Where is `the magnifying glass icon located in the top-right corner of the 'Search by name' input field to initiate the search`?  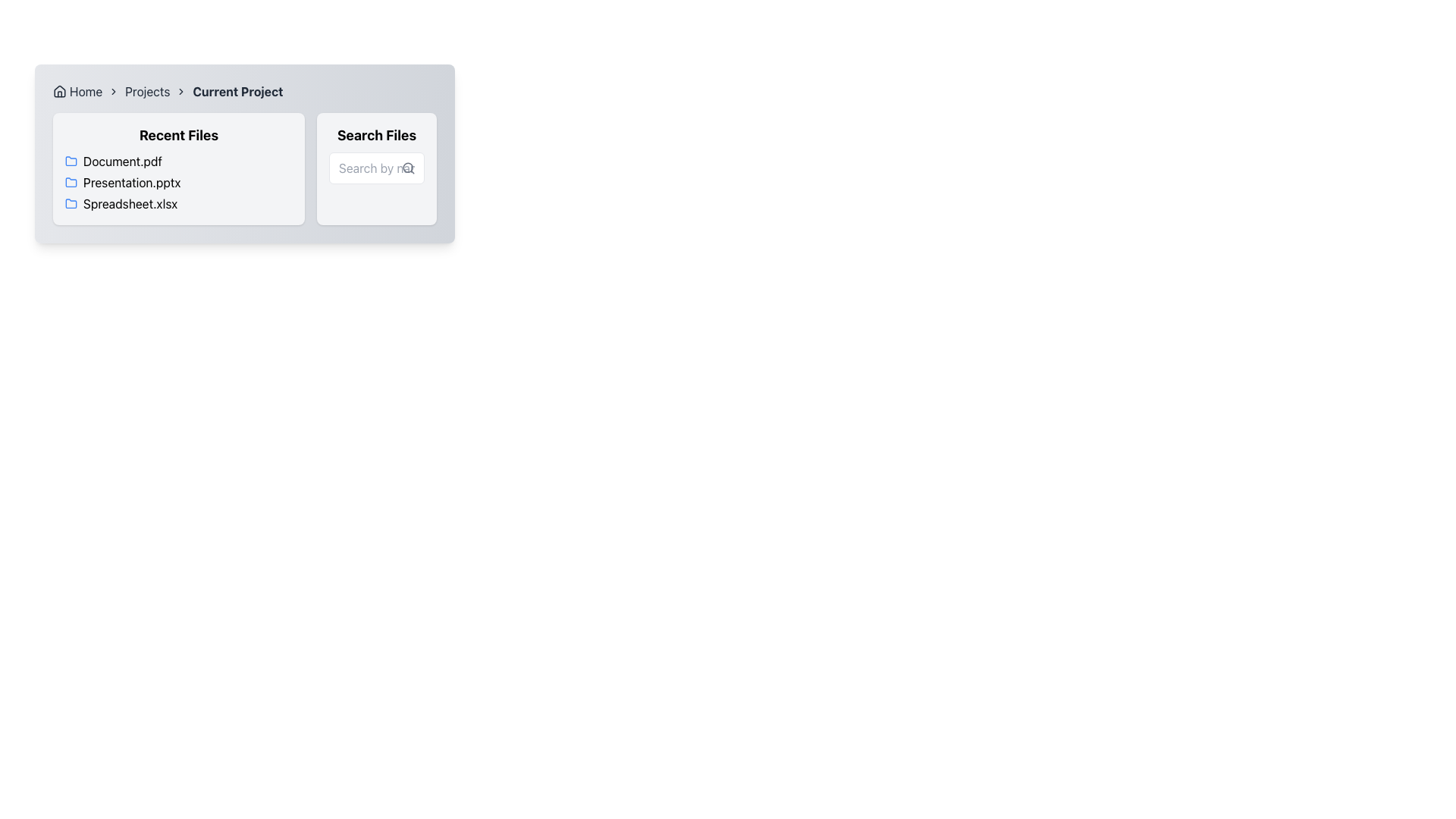 the magnifying glass icon located in the top-right corner of the 'Search by name' input field to initiate the search is located at coordinates (408, 168).